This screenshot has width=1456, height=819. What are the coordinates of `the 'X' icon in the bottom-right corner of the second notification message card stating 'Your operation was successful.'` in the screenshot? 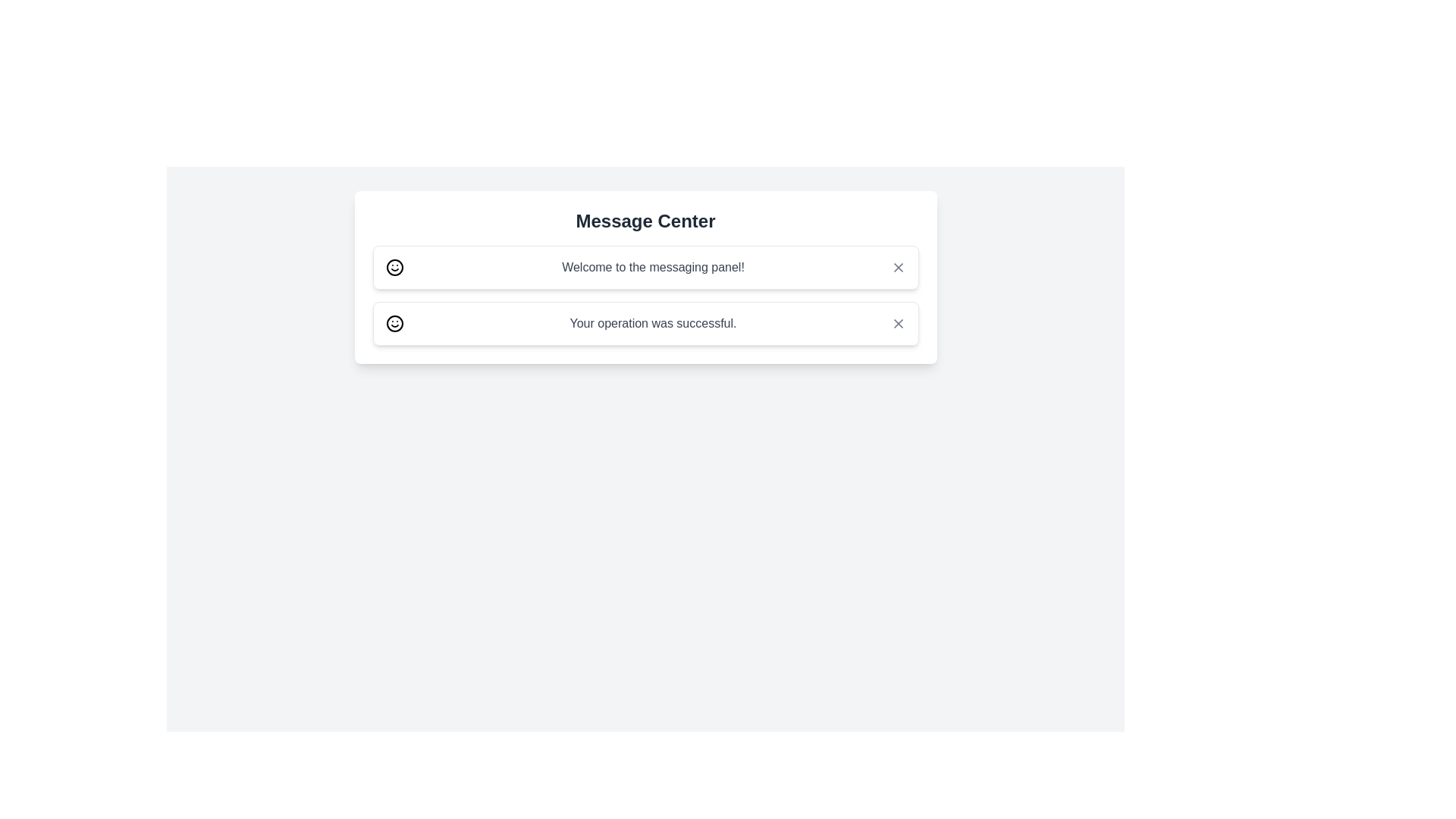 It's located at (898, 323).